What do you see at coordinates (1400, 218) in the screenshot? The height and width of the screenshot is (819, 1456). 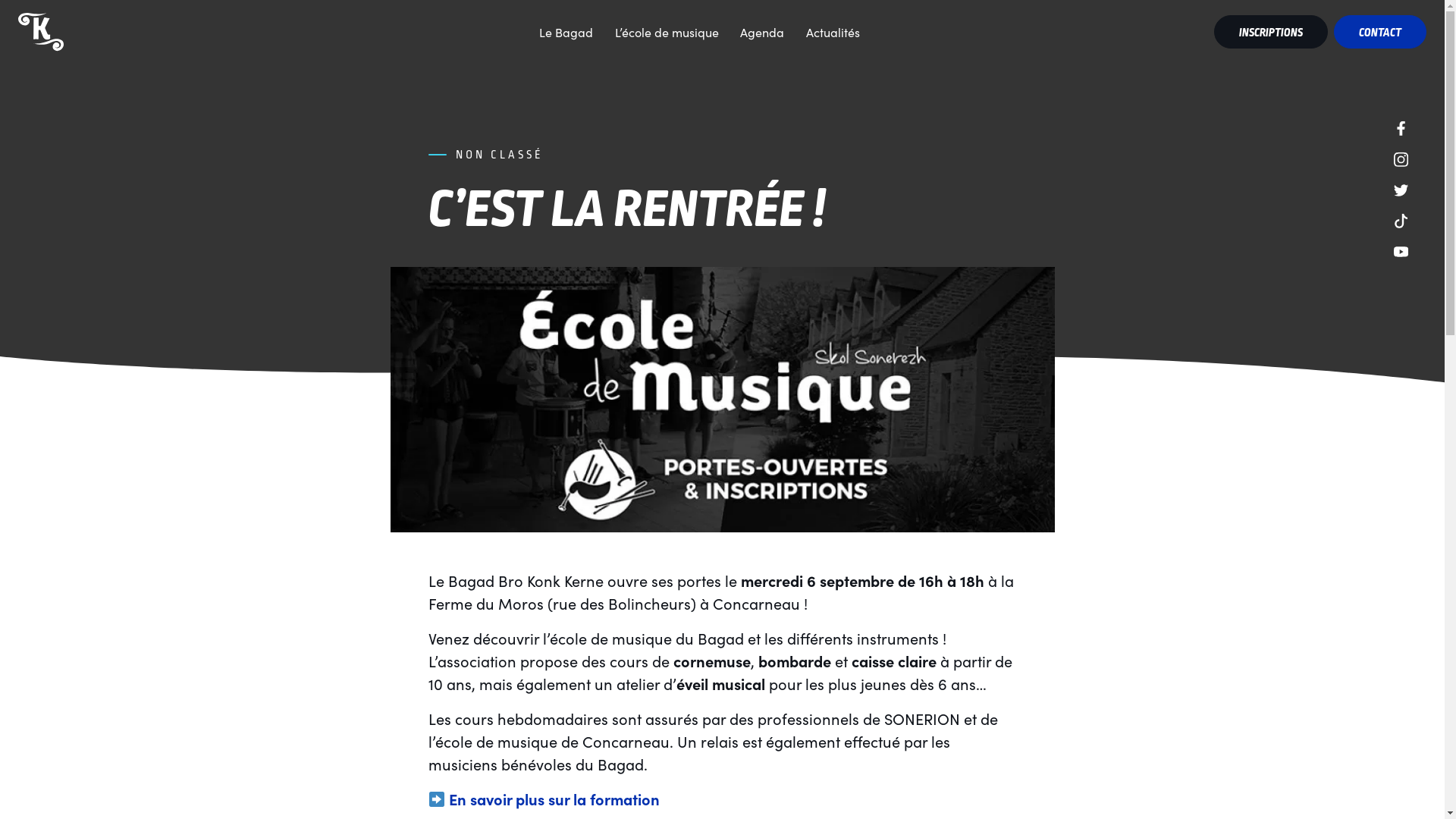 I see `'TikTok'` at bounding box center [1400, 218].